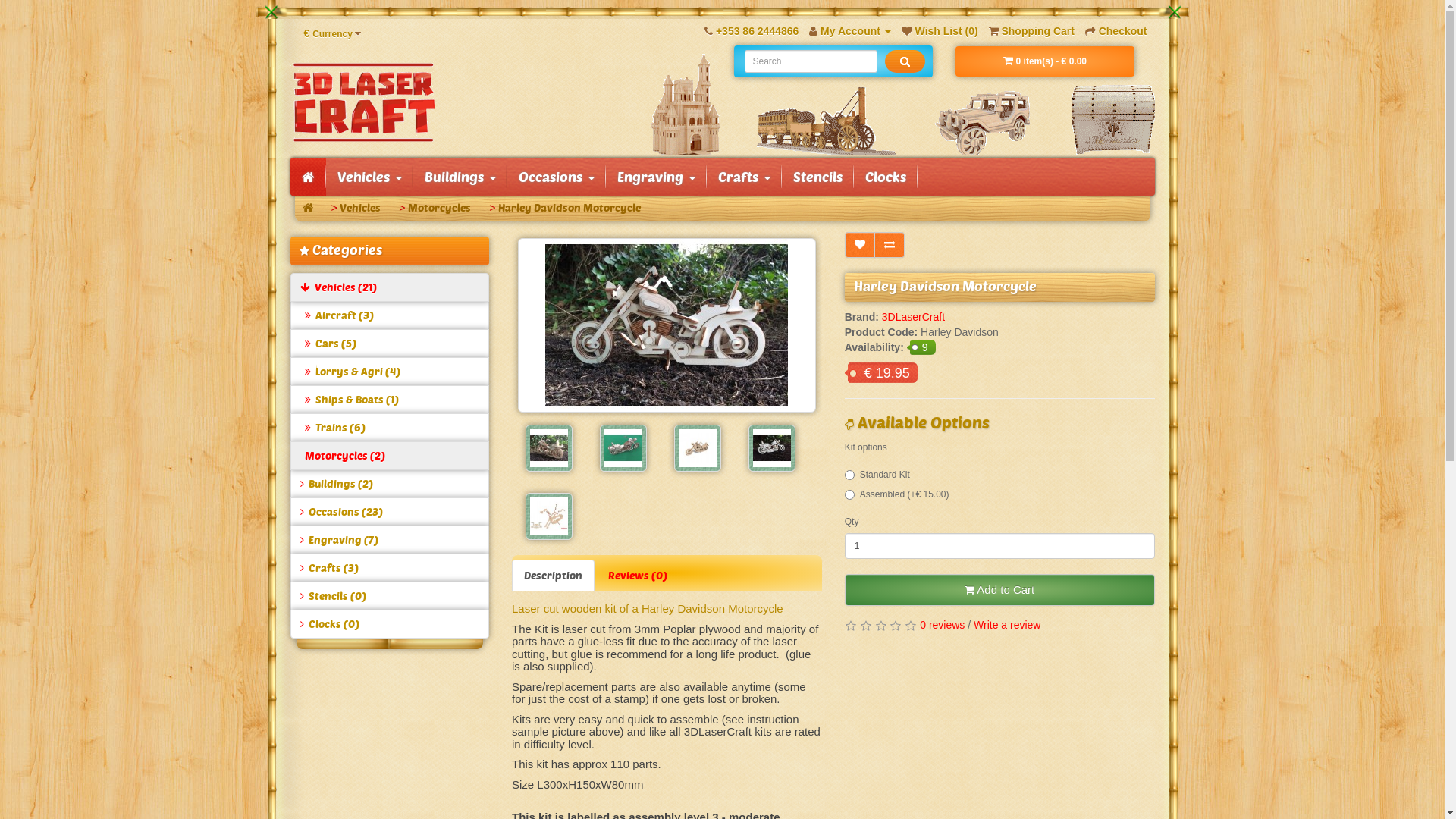 The height and width of the screenshot is (819, 1456). I want to click on '    Trains (6)', so click(389, 427).